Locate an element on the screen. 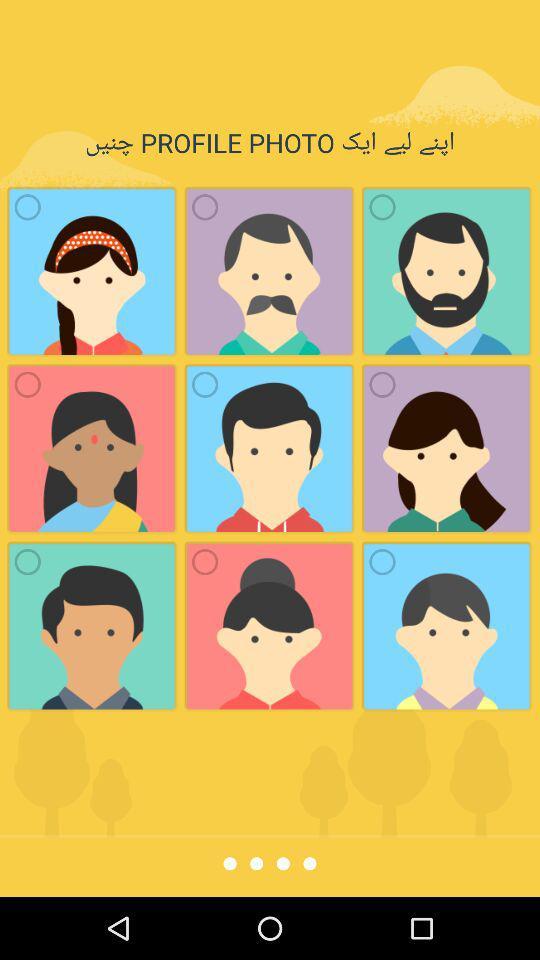 The width and height of the screenshot is (540, 960). fourth page indicator from the left side is located at coordinates (310, 862).